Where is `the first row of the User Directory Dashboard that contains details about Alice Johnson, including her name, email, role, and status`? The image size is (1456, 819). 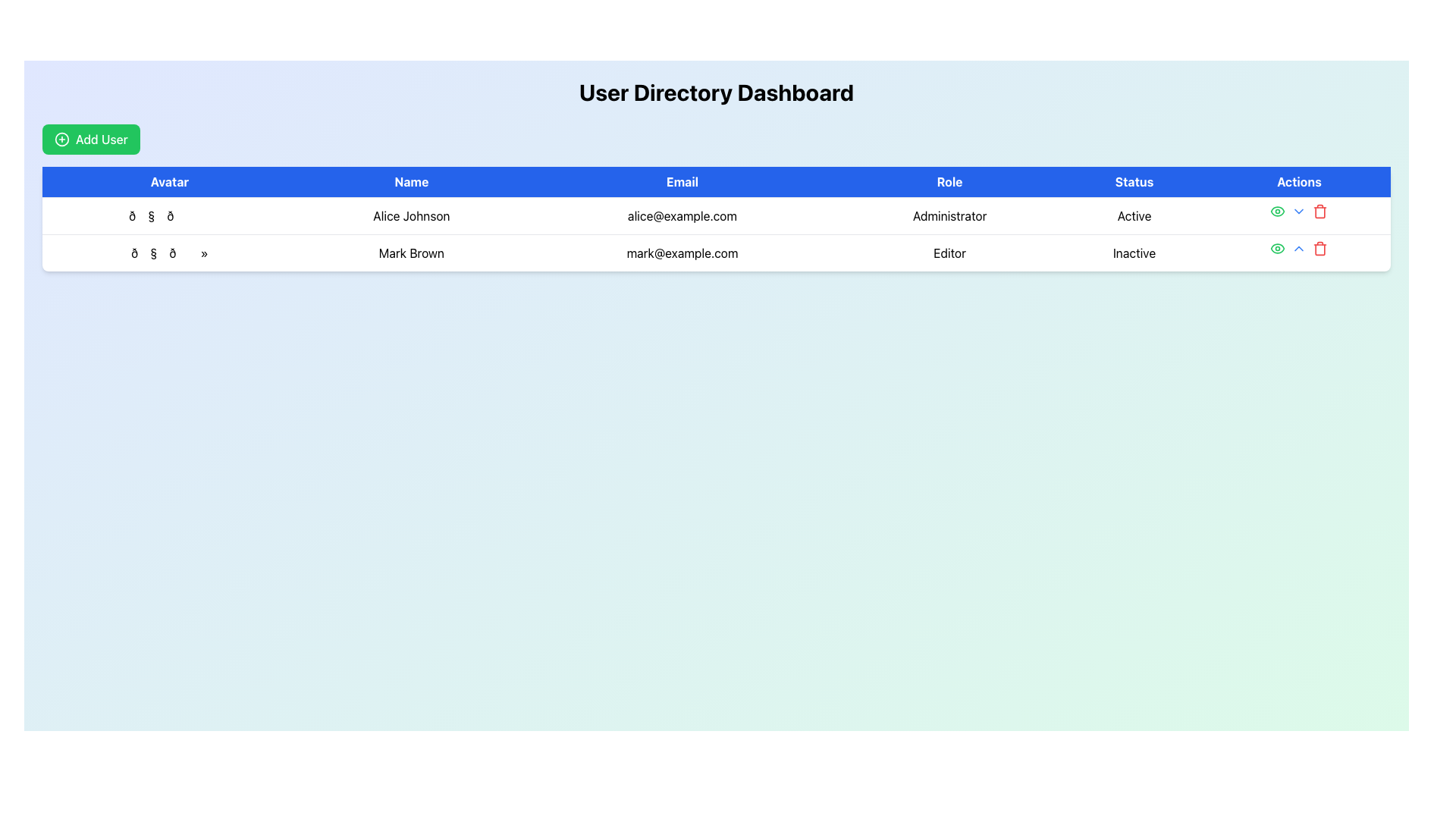 the first row of the User Directory Dashboard that contains details about Alice Johnson, including her name, email, role, and status is located at coordinates (716, 216).